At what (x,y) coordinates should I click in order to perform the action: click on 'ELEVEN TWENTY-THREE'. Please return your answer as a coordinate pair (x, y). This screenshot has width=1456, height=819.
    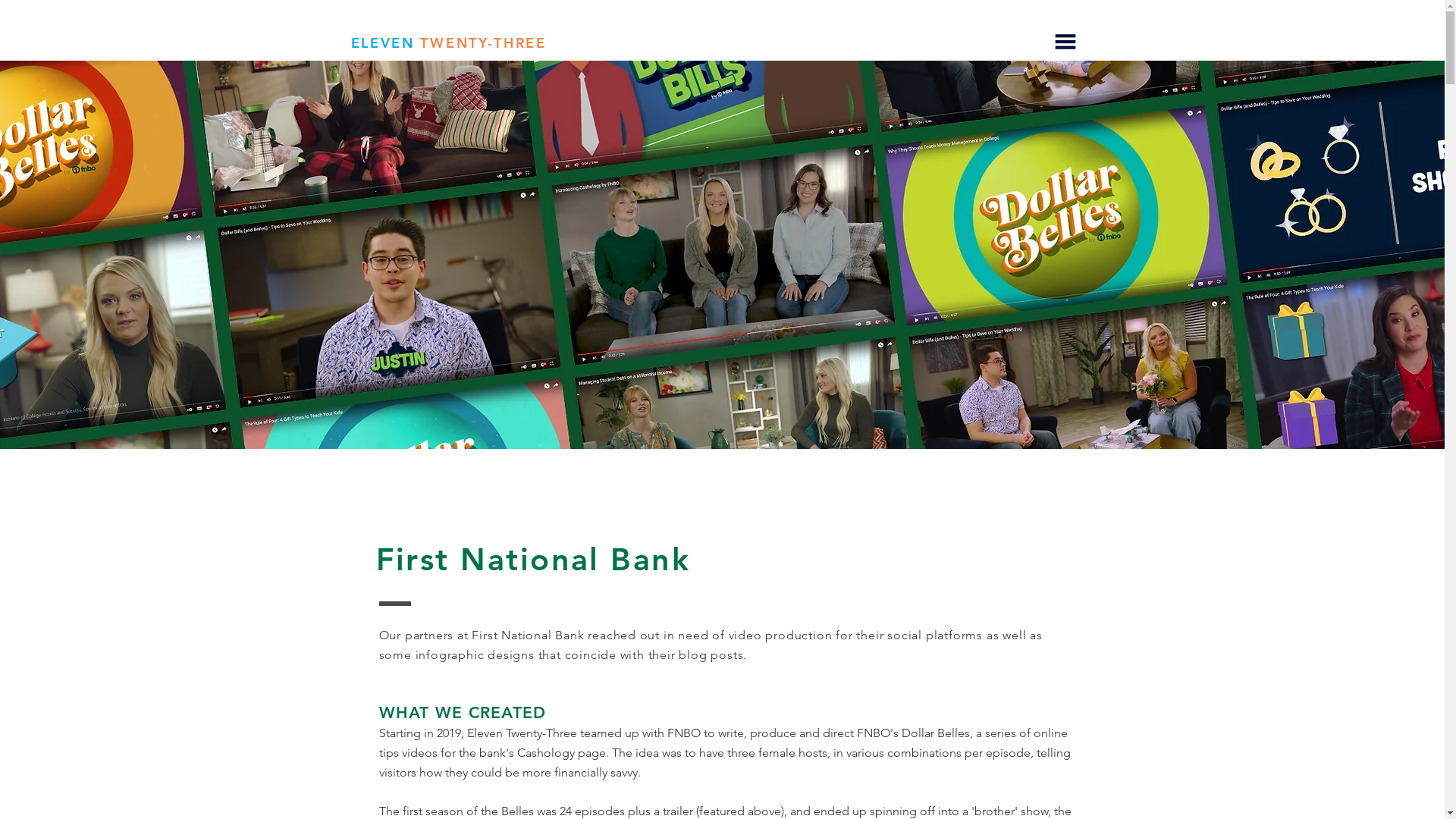
    Looking at the image, I should click on (447, 42).